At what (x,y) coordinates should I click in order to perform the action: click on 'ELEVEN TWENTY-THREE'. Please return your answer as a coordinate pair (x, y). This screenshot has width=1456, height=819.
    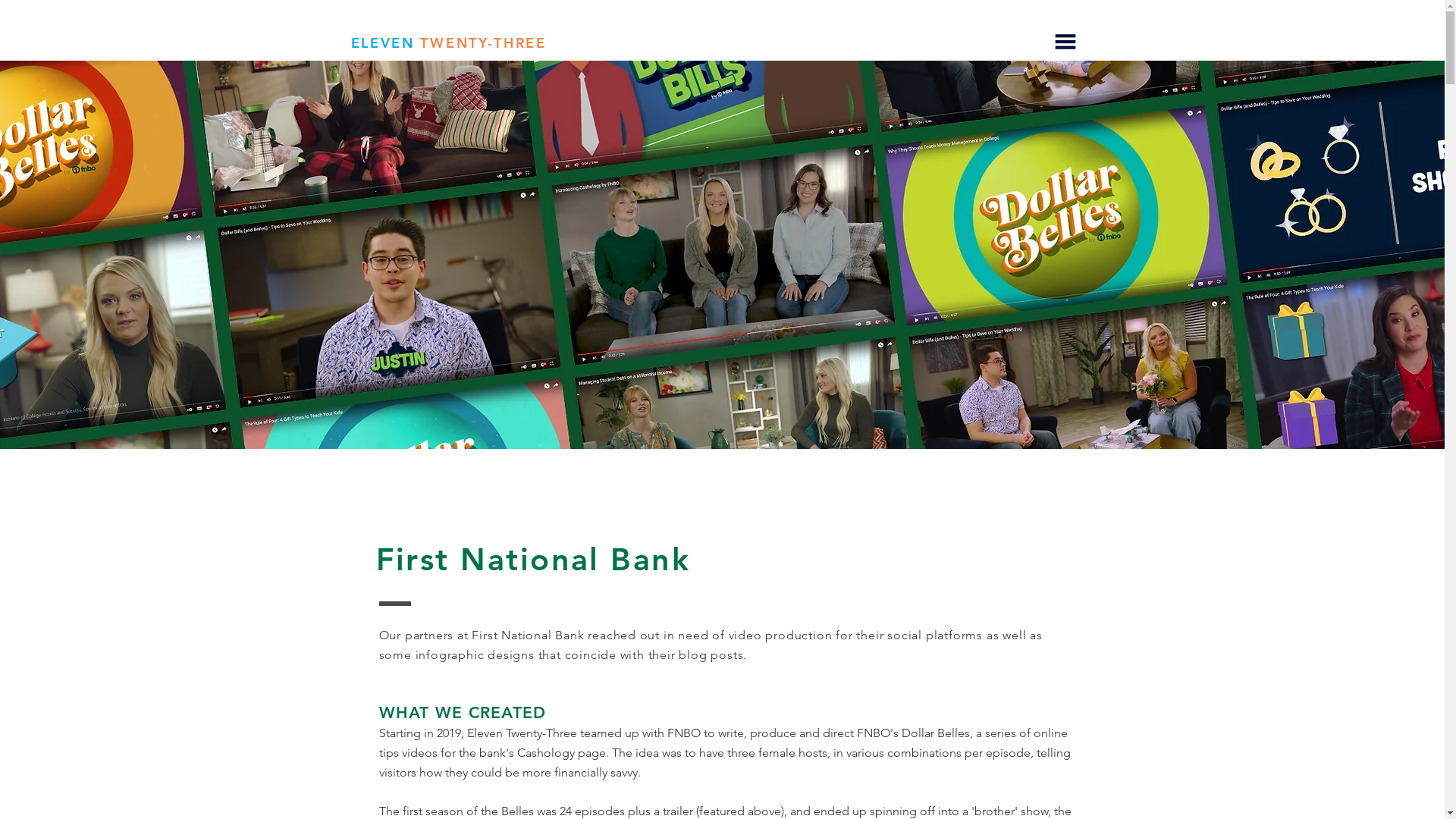
    Looking at the image, I should click on (447, 42).